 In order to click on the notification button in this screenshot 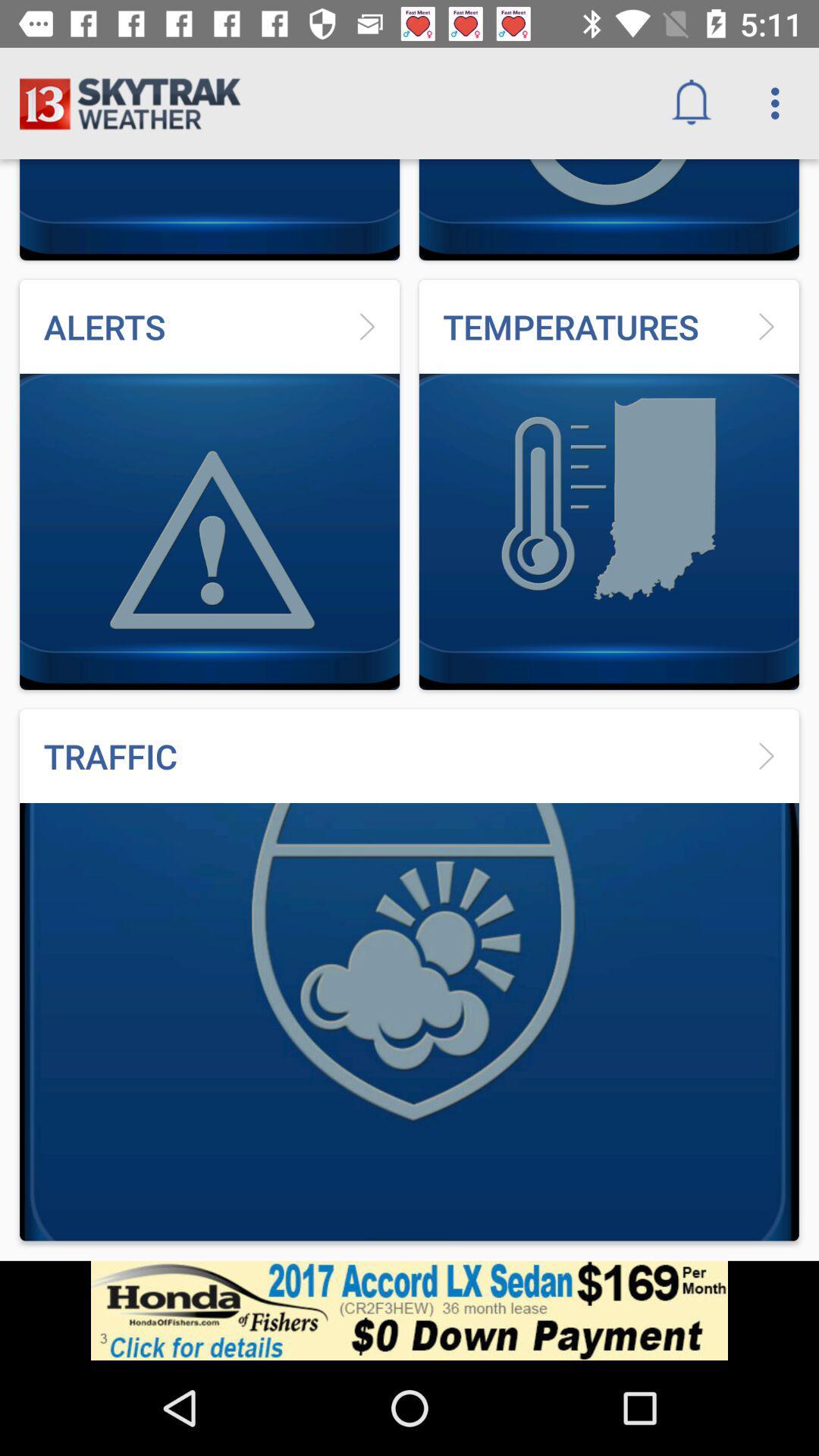, I will do `click(691, 103)`.